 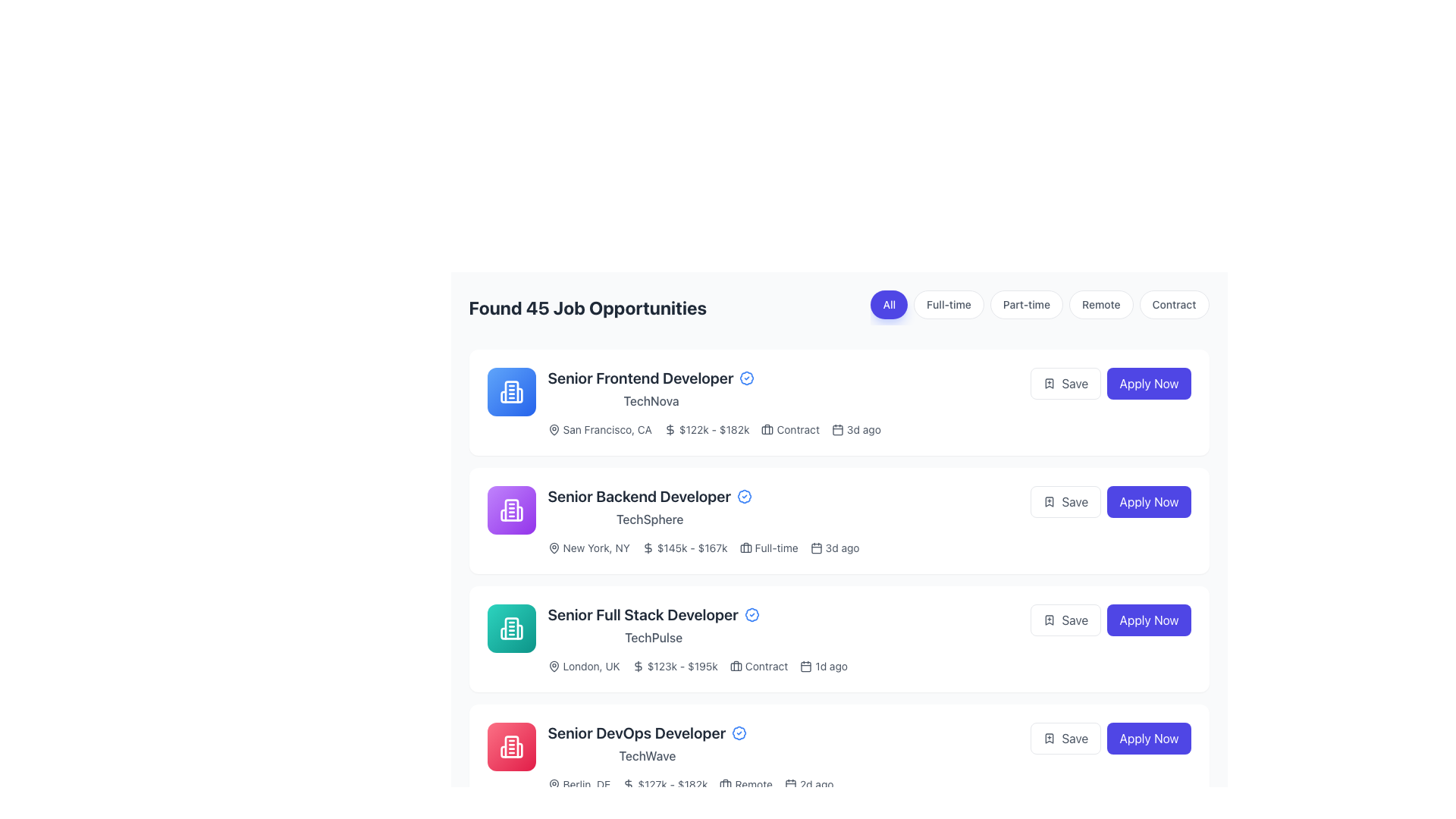 What do you see at coordinates (553, 548) in the screenshot?
I see `the map pin icon representing geolocation for the job listing associated with 'New York, NY', which is positioned in the second job entry from the top` at bounding box center [553, 548].